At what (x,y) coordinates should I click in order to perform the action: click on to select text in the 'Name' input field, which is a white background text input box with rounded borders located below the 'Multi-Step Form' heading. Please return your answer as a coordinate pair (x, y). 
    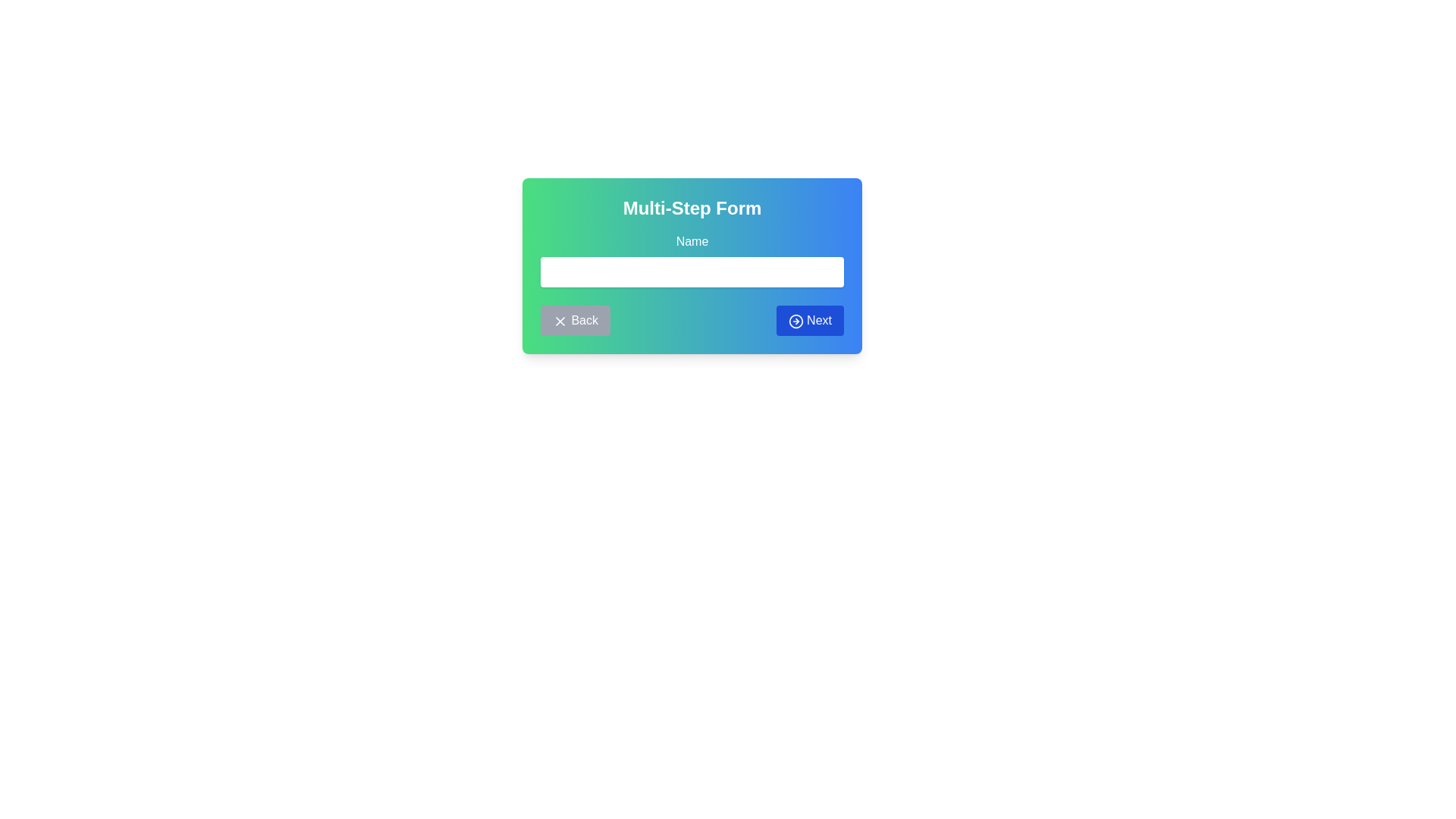
    Looking at the image, I should click on (691, 259).